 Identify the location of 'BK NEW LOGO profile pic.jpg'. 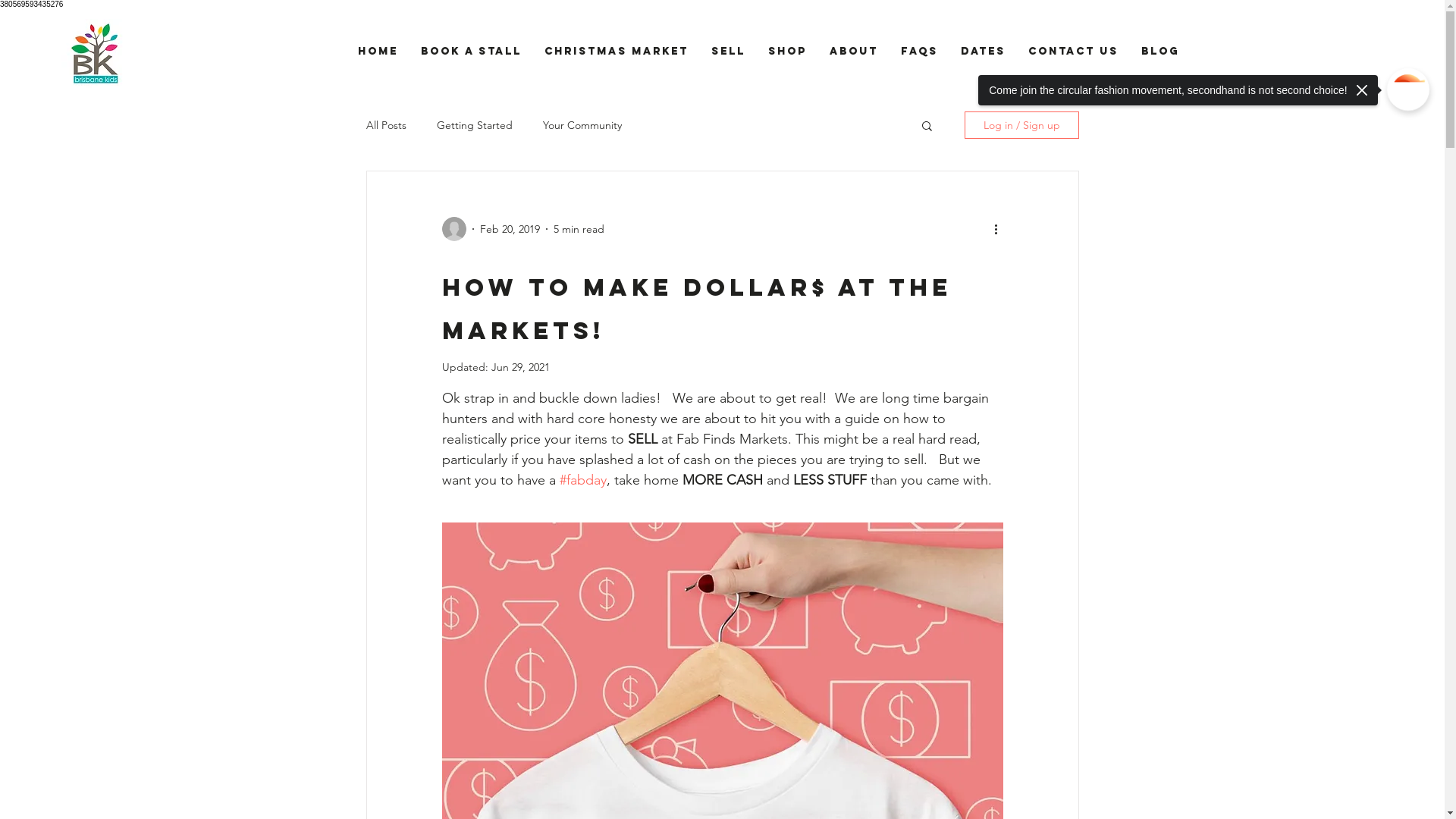
(94, 52).